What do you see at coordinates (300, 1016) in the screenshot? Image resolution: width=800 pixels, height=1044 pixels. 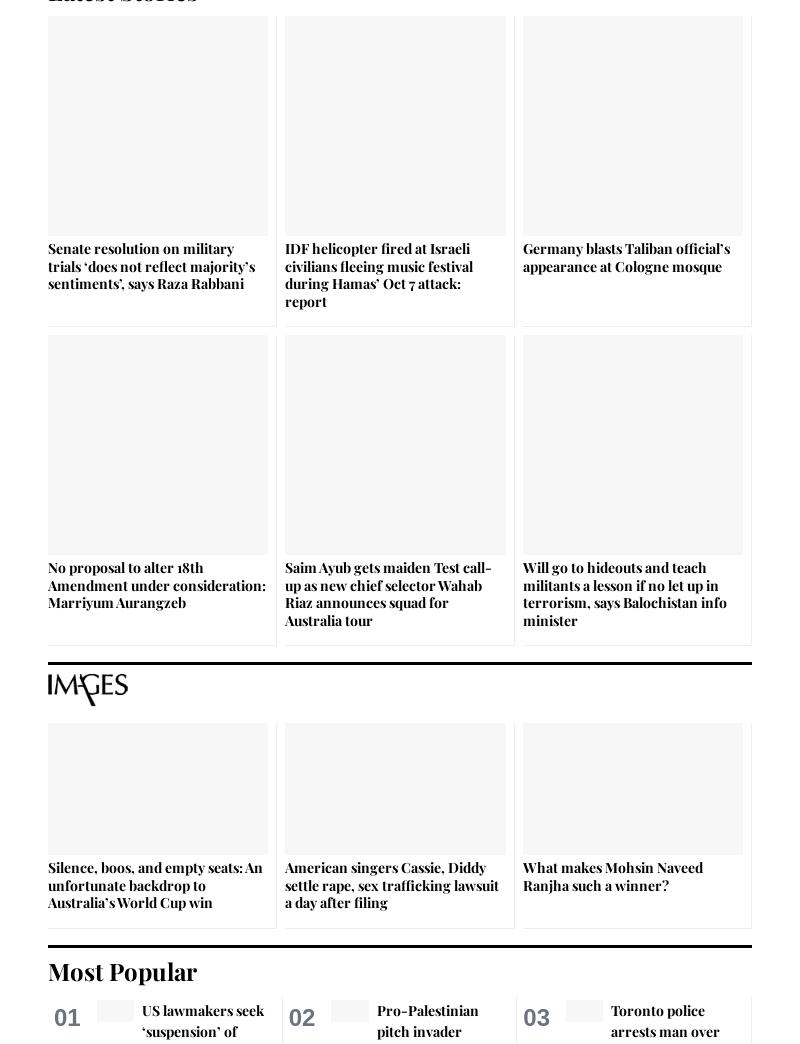 I see `'02'` at bounding box center [300, 1016].